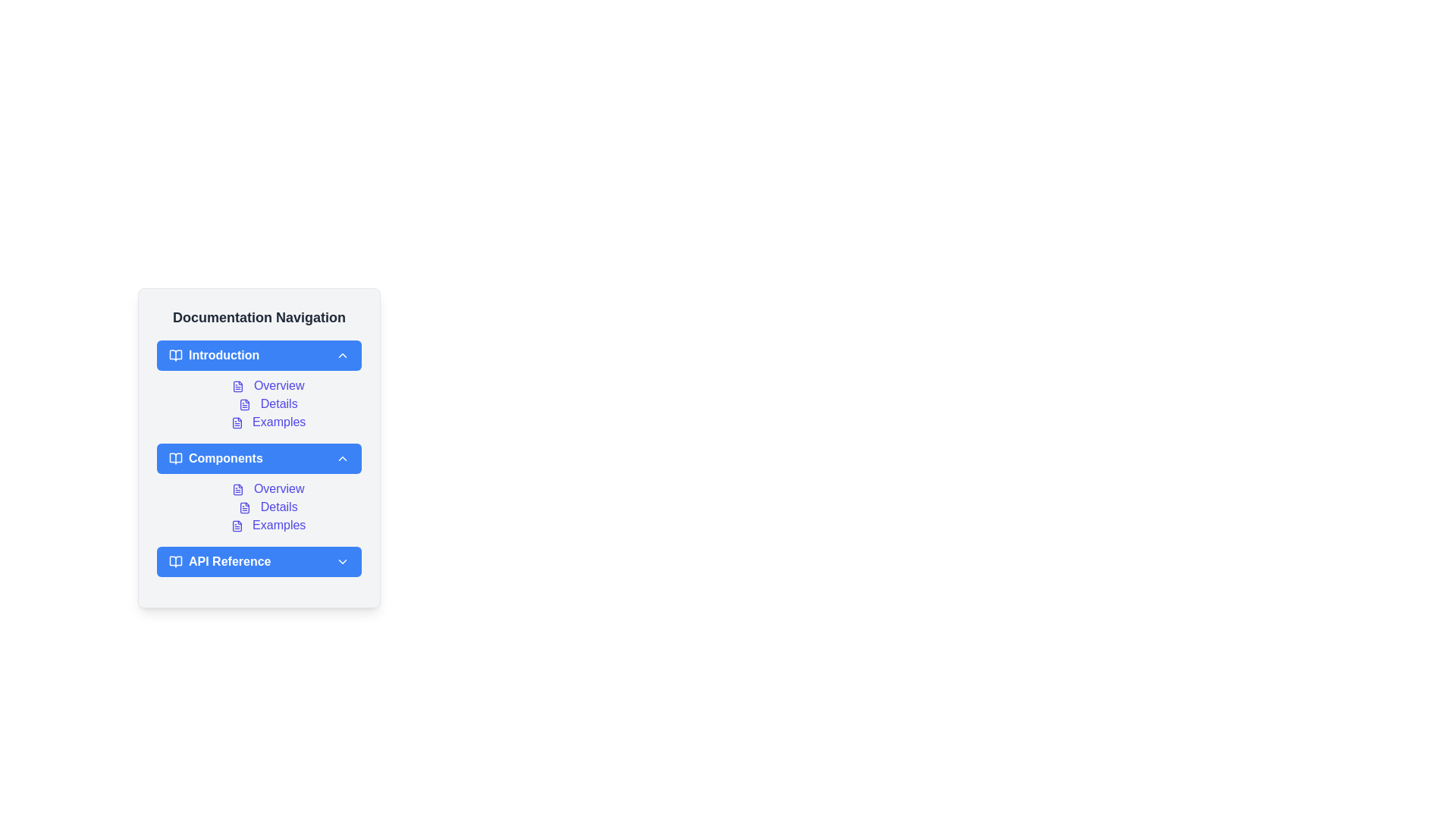  I want to click on the small document icon with a blue outline located to the left of the 'Overview' text, so click(237, 385).